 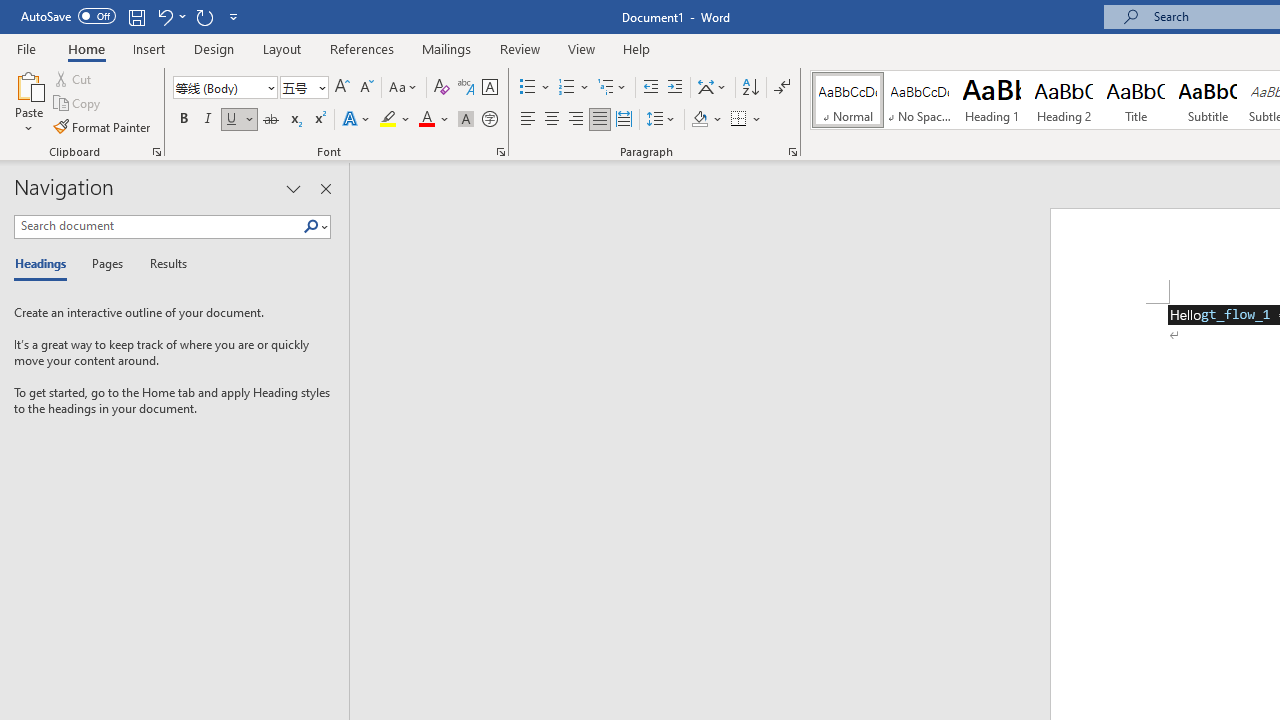 What do you see at coordinates (388, 119) in the screenshot?
I see `'Text Highlight Color Yellow'` at bounding box center [388, 119].